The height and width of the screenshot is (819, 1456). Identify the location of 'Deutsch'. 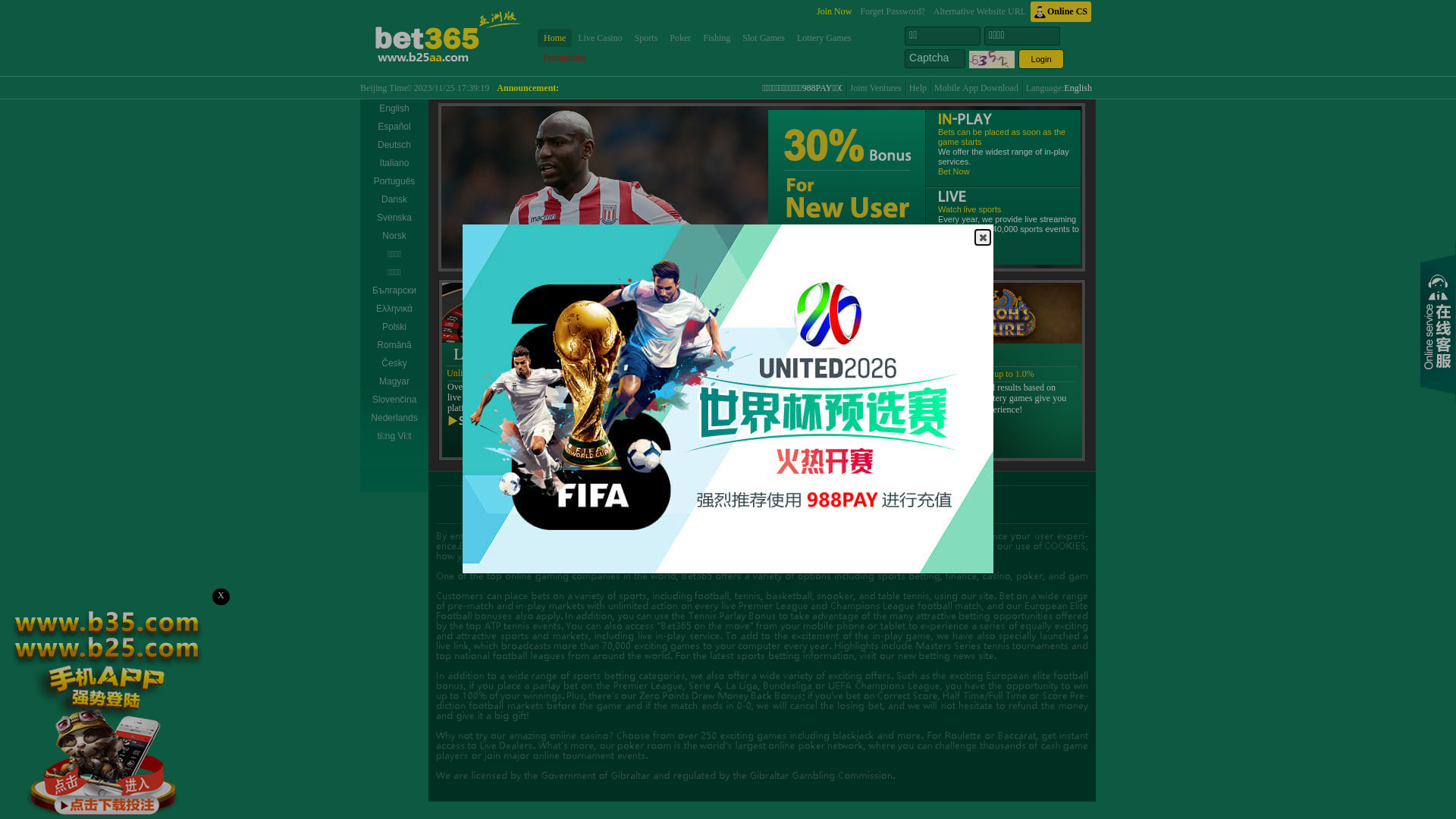
(394, 145).